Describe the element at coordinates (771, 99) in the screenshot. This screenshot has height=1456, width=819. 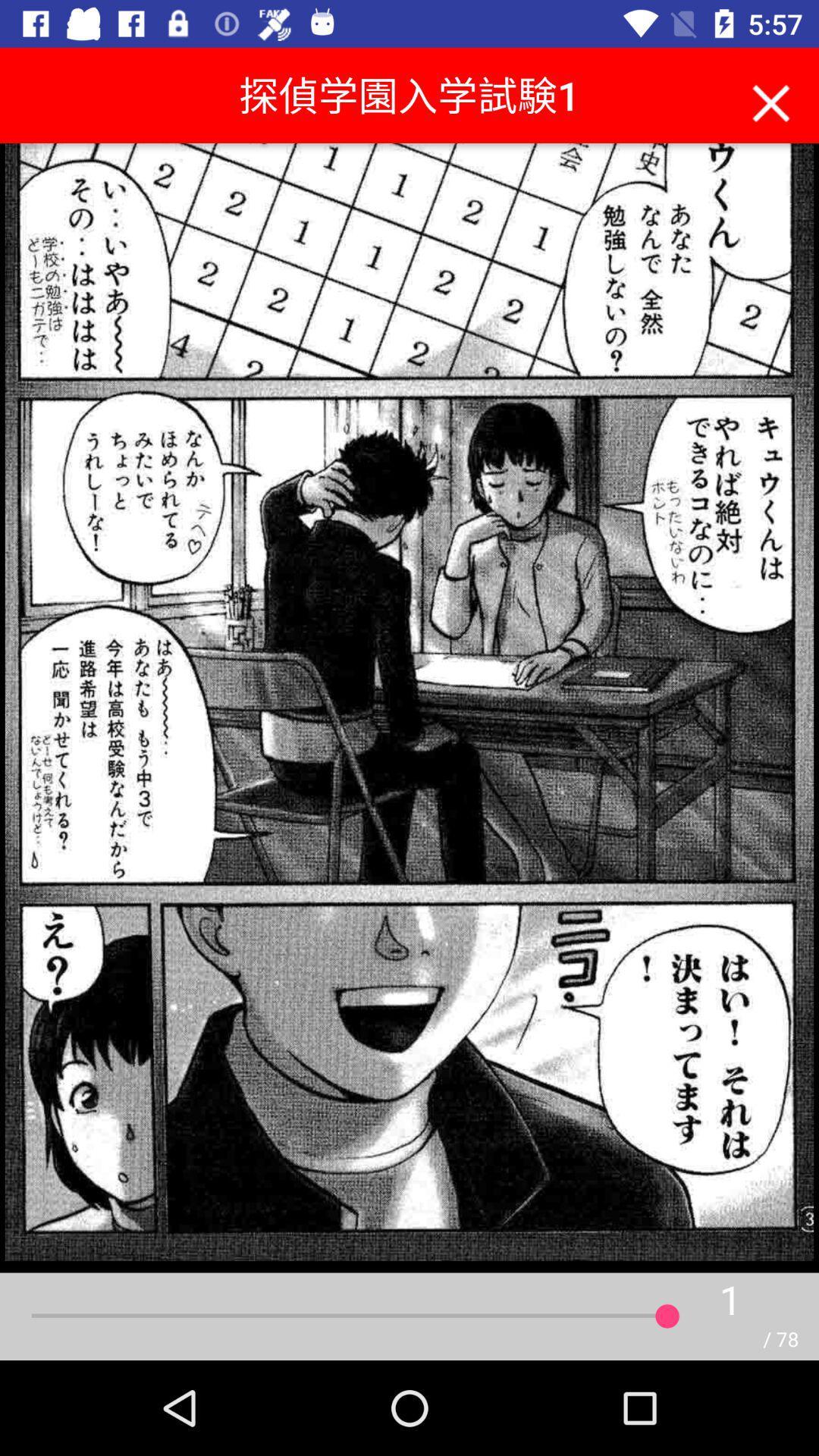
I see `icon at the top right corner` at that location.